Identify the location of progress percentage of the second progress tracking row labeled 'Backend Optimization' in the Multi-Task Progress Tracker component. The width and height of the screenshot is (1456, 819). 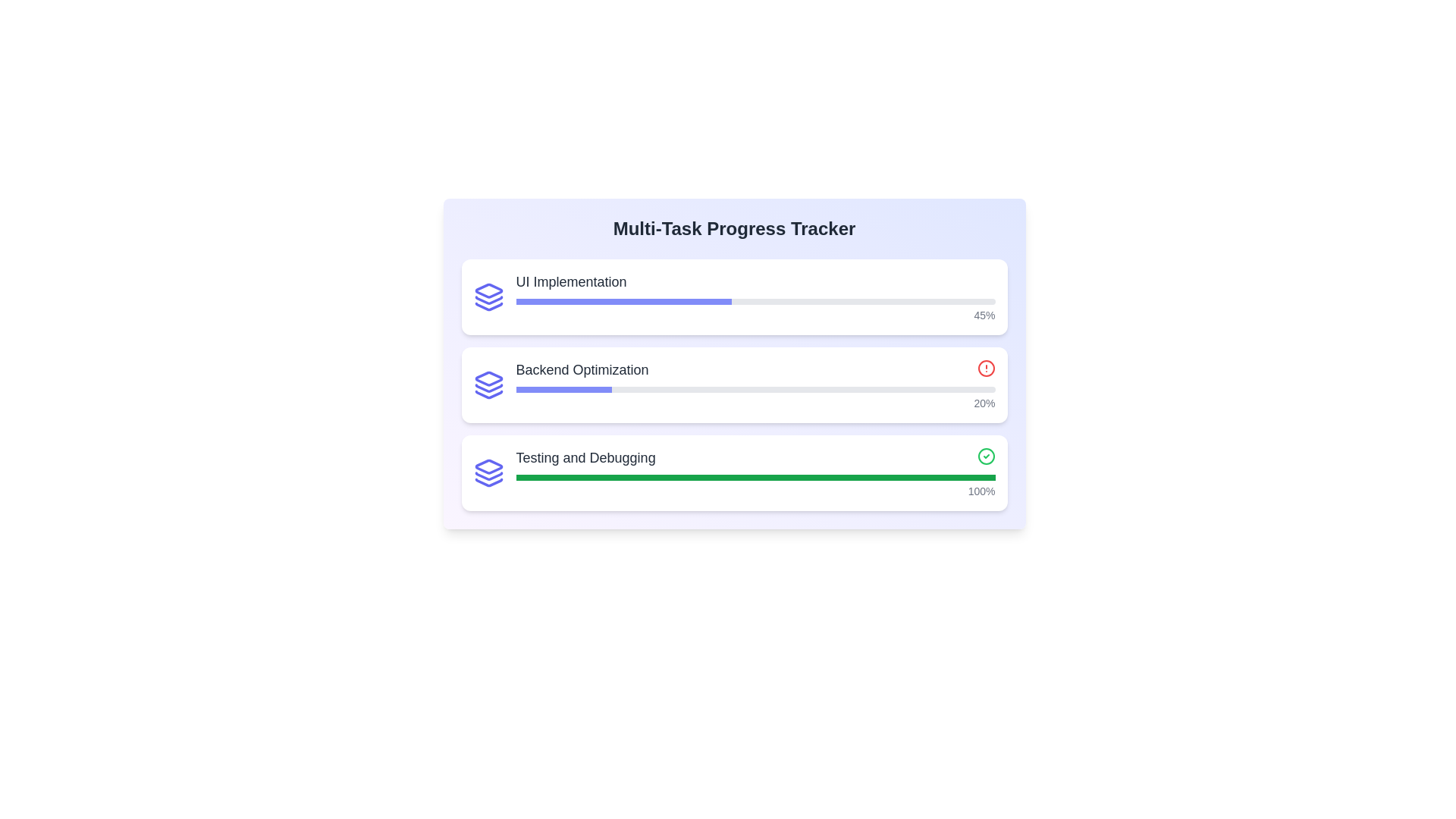
(734, 384).